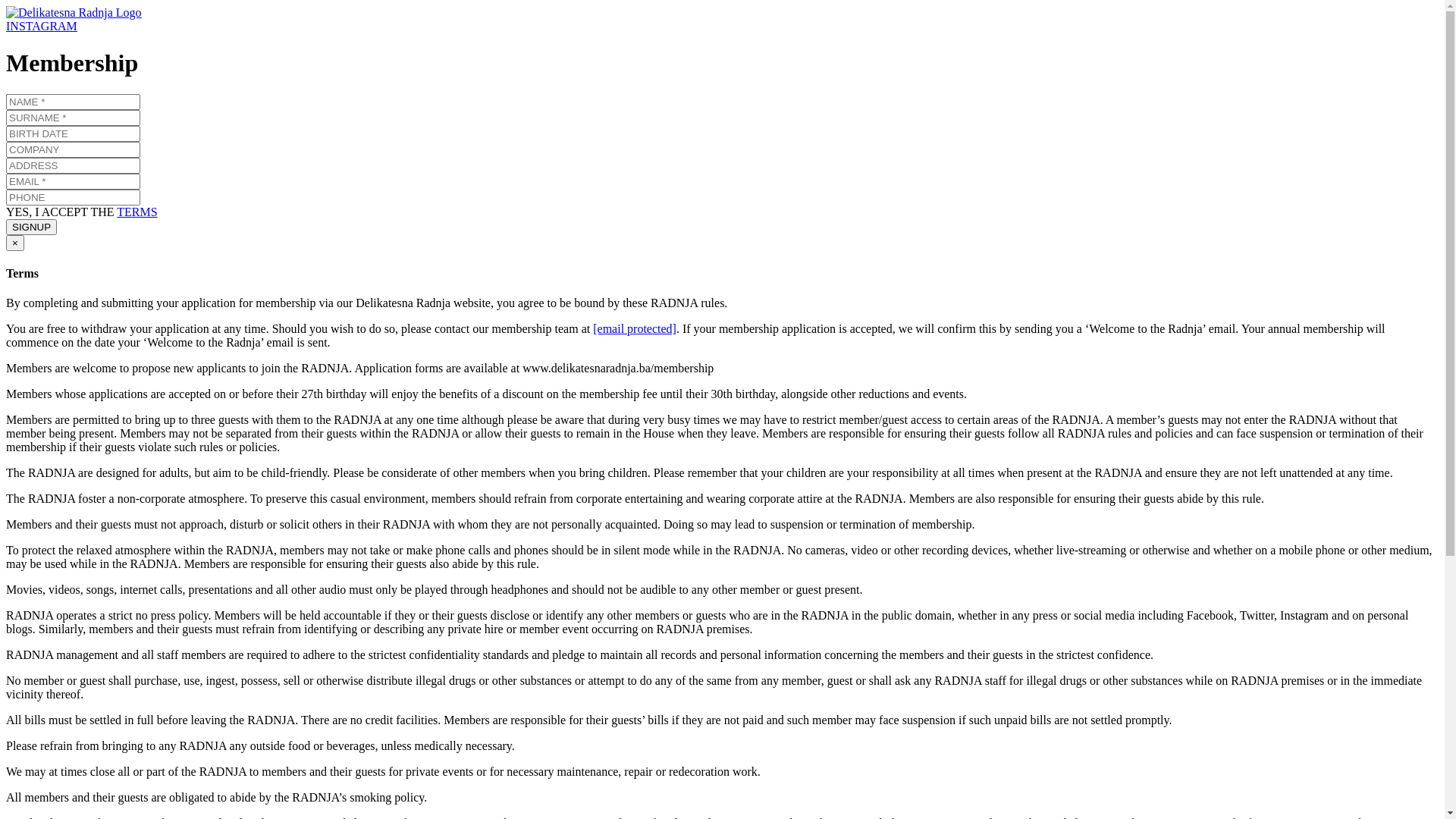 The height and width of the screenshot is (819, 1456). Describe the element at coordinates (73, 12) in the screenshot. I see `'Delikatesna Radnja Logo'` at that location.